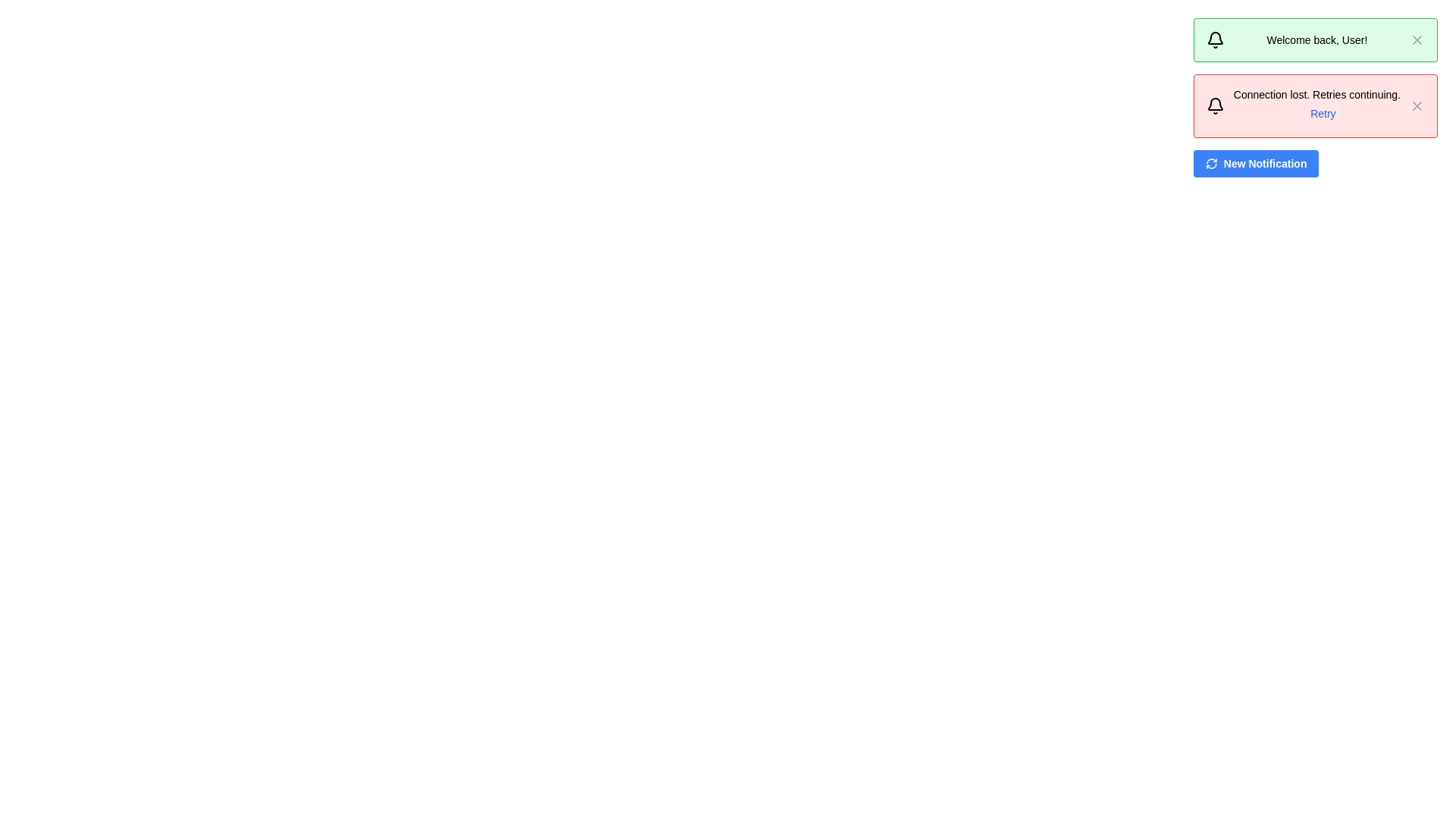 The height and width of the screenshot is (819, 1456). I want to click on the close icon located at the top-right corner of the green notification banner labeled 'Welcome back, User!', so click(1416, 105).